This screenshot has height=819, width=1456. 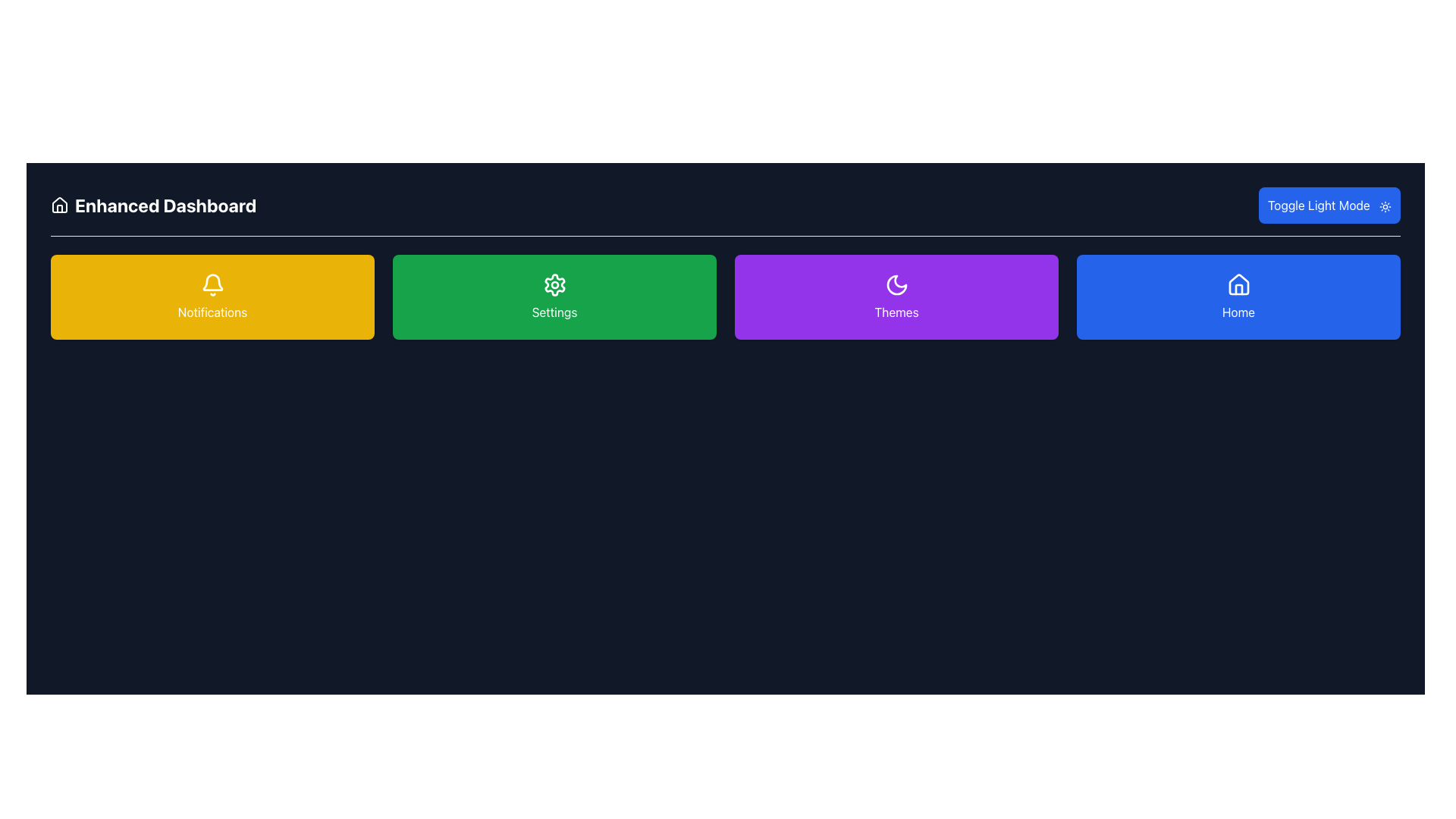 I want to click on the Notifications button, which is a yellow rectangular button with a white bell icon and the text 'Notifications' centered below it, so click(x=212, y=297).